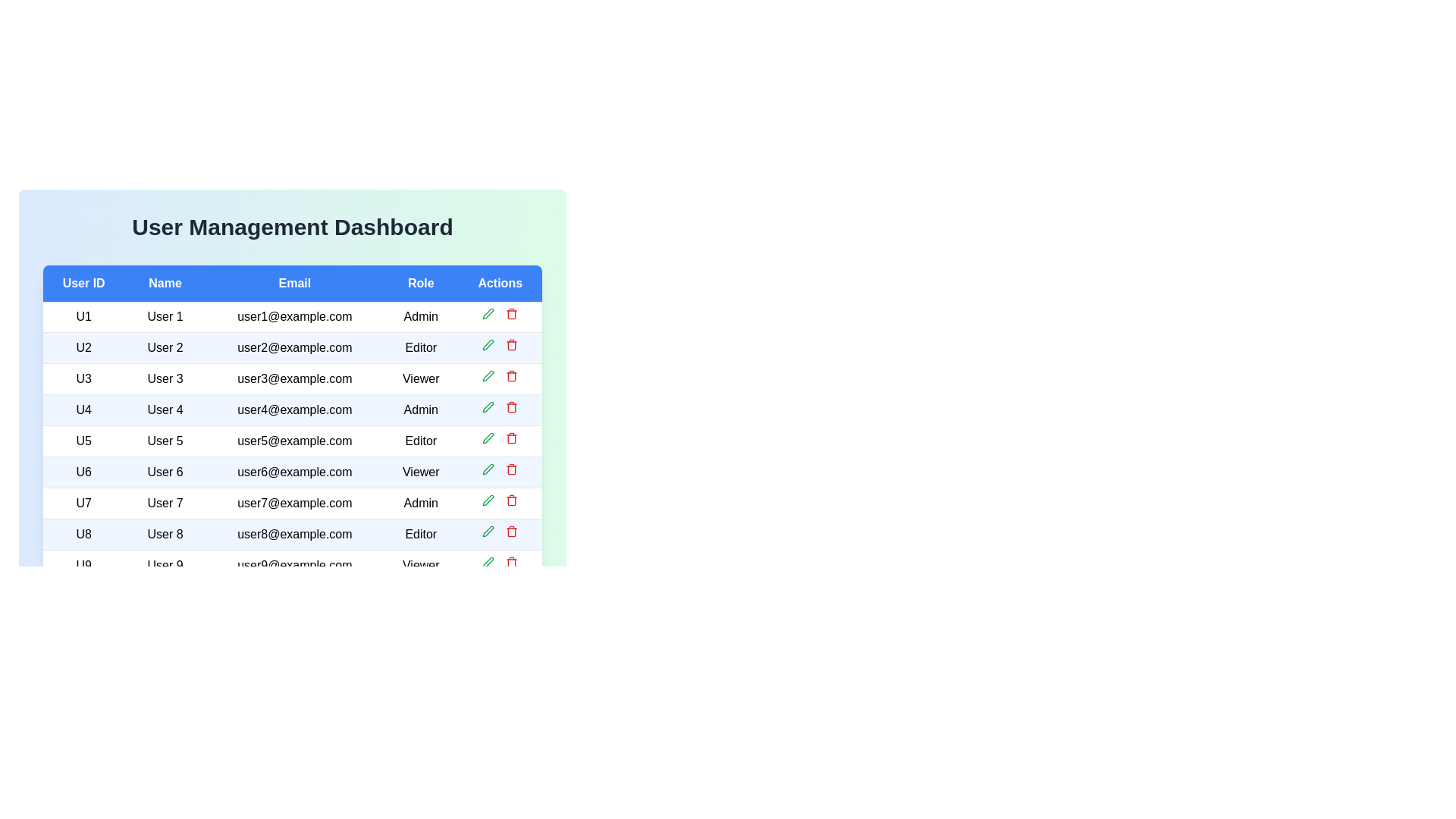  I want to click on delete button for the user with ID U4, so click(512, 406).